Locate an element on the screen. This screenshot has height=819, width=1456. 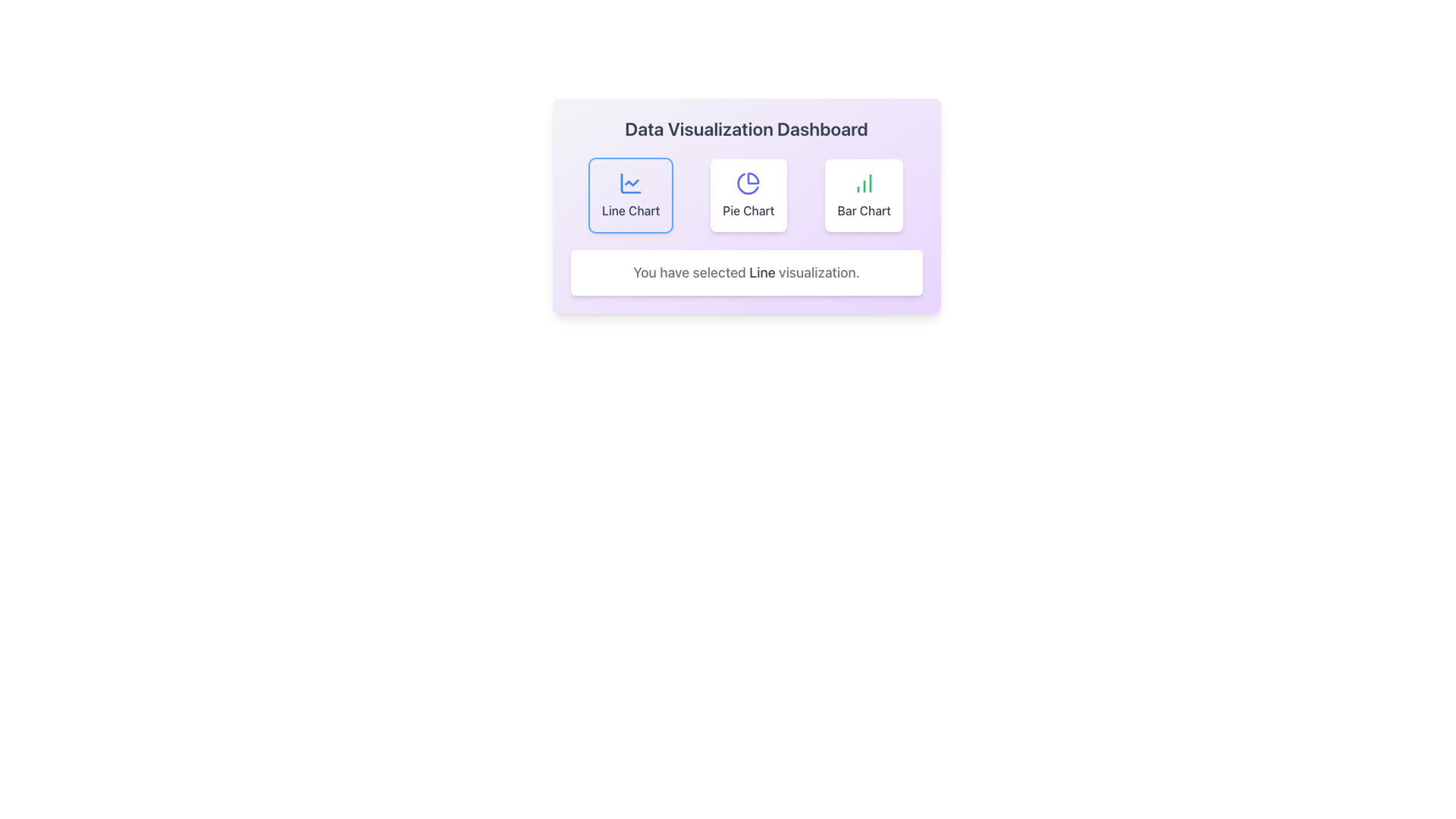
text 'Bar Chart' from the text label located beneath the bar chart icon, which identifies the function of the corresponding button is located at coordinates (864, 210).